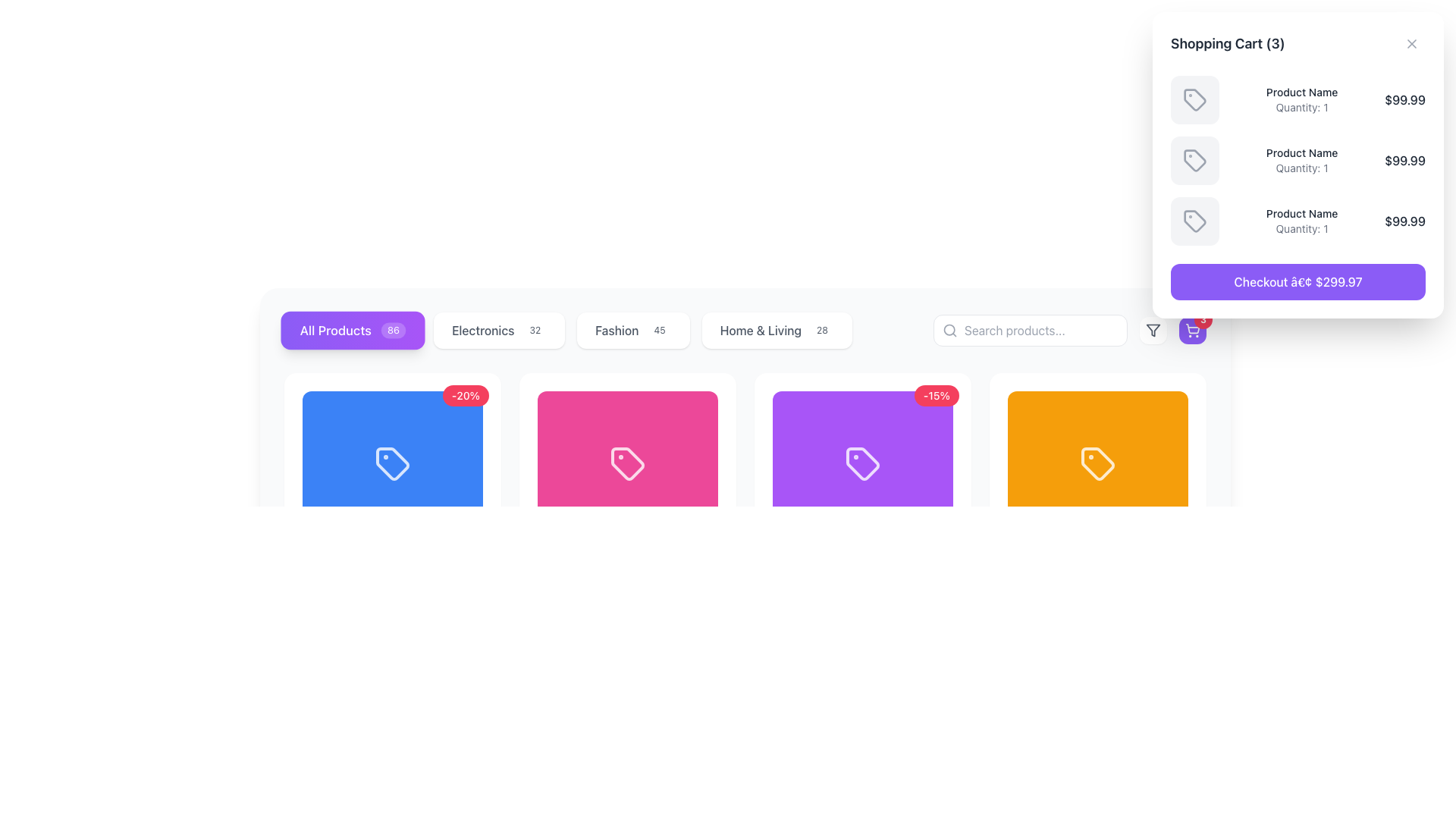  What do you see at coordinates (1192, 329) in the screenshot?
I see `the shopping cart icon located within the purple rounded rectangular button in the top-right corner of the interface` at bounding box center [1192, 329].